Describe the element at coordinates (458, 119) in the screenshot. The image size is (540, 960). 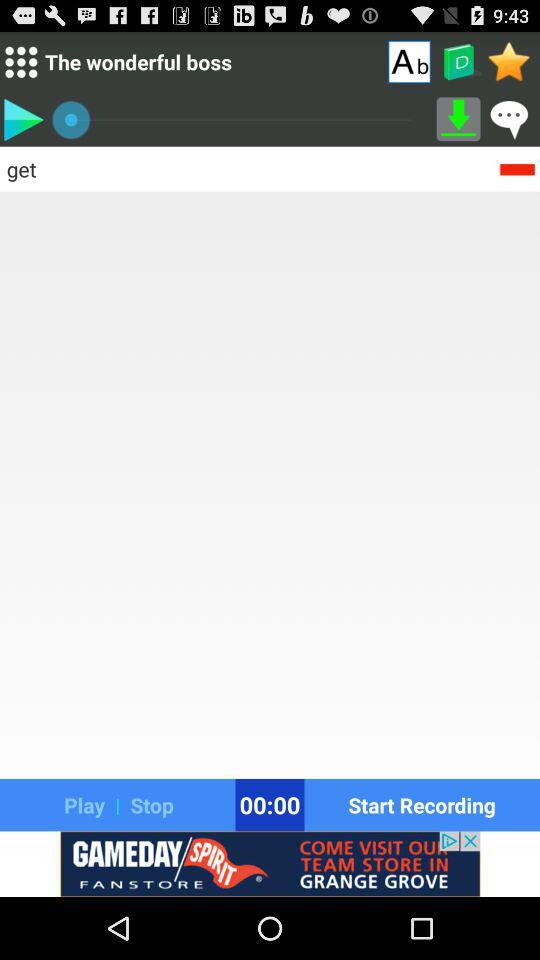
I see `option` at that location.